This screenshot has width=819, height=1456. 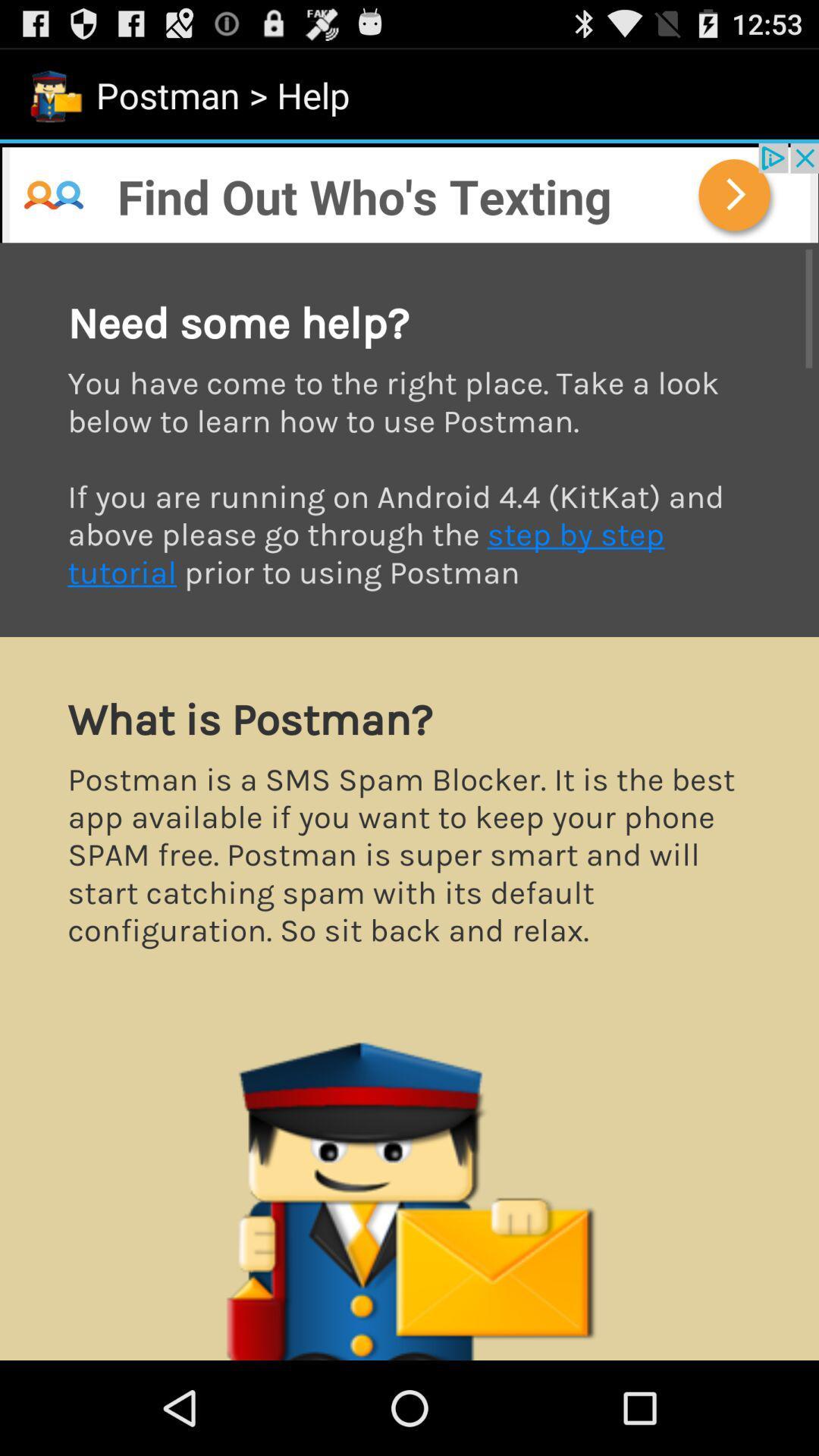 What do you see at coordinates (409, 801) in the screenshot?
I see `advertisement page` at bounding box center [409, 801].